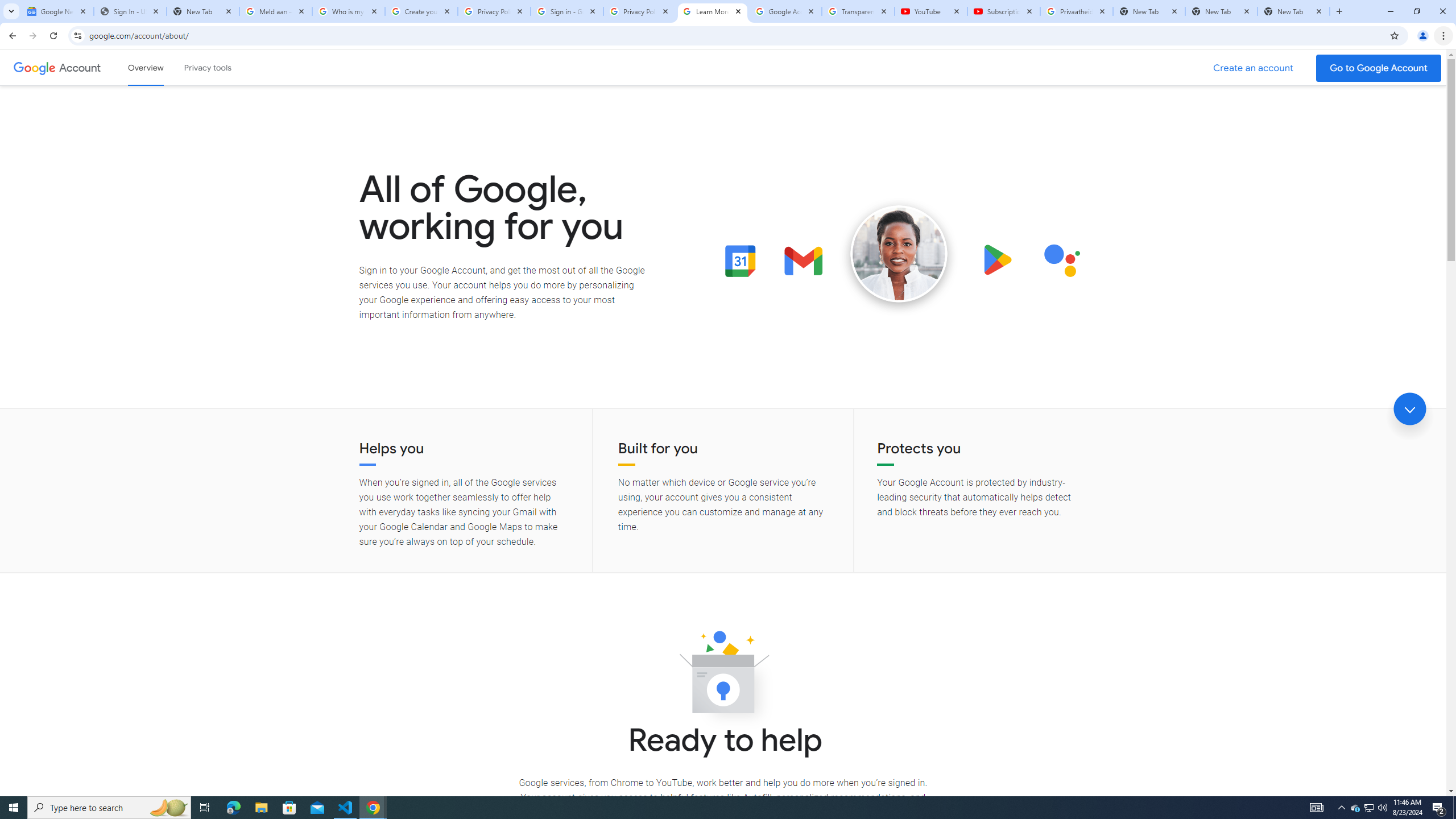  I want to click on 'Privacy tools', so click(206, 67).